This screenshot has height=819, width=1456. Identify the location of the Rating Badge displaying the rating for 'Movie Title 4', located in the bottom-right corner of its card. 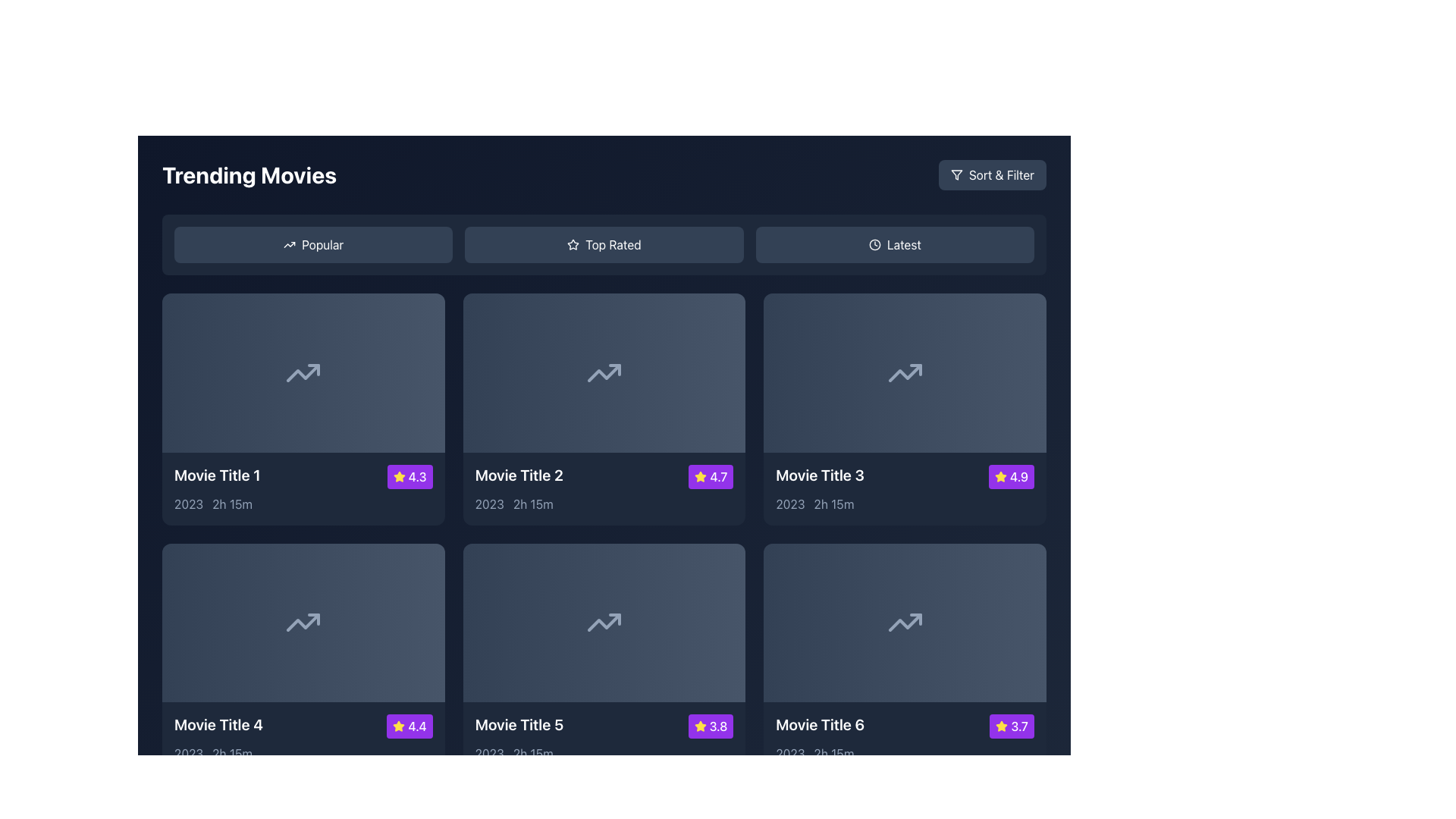
(409, 726).